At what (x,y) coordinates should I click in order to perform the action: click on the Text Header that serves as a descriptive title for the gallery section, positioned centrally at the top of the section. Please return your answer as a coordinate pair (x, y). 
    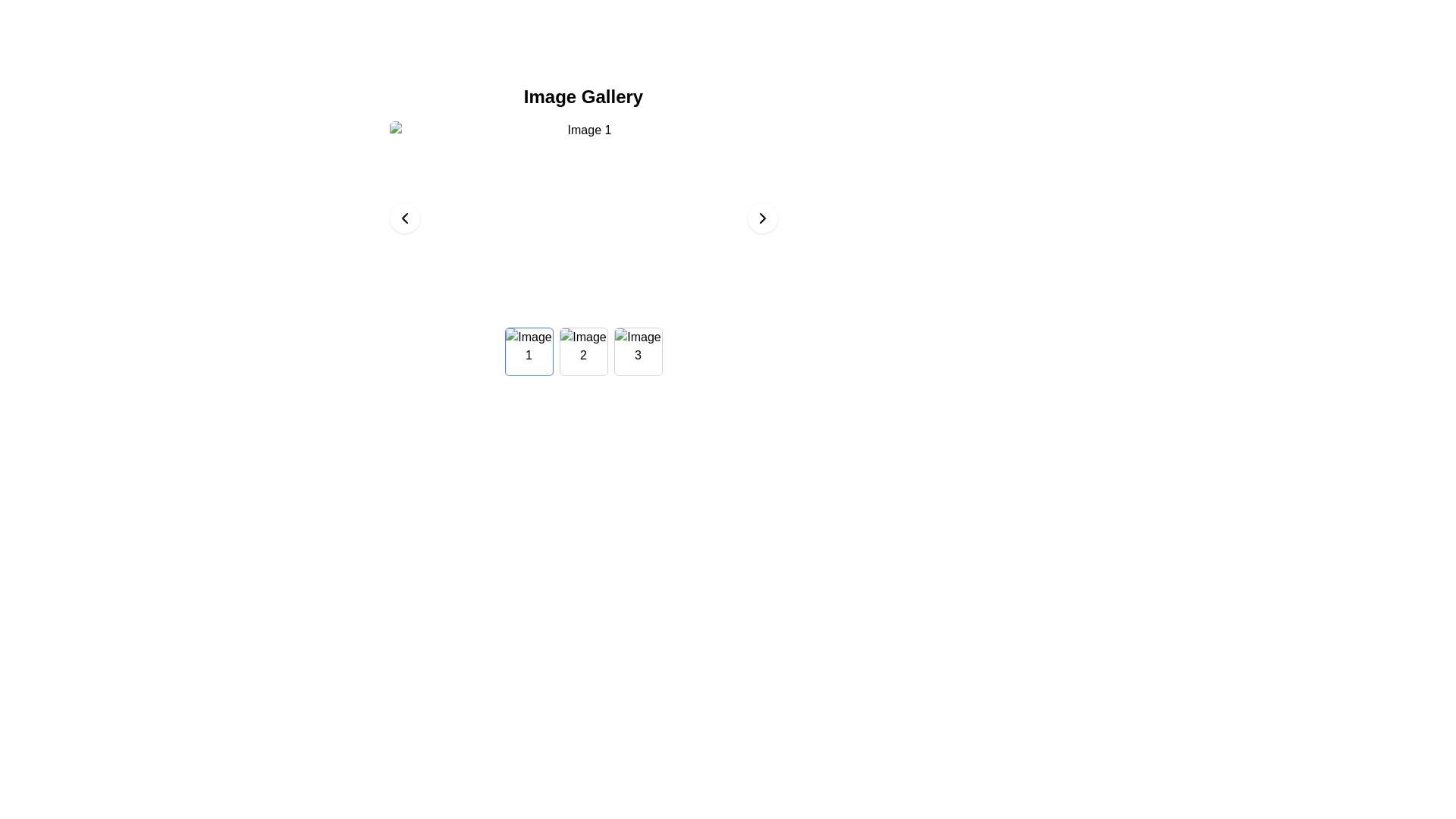
    Looking at the image, I should click on (582, 96).